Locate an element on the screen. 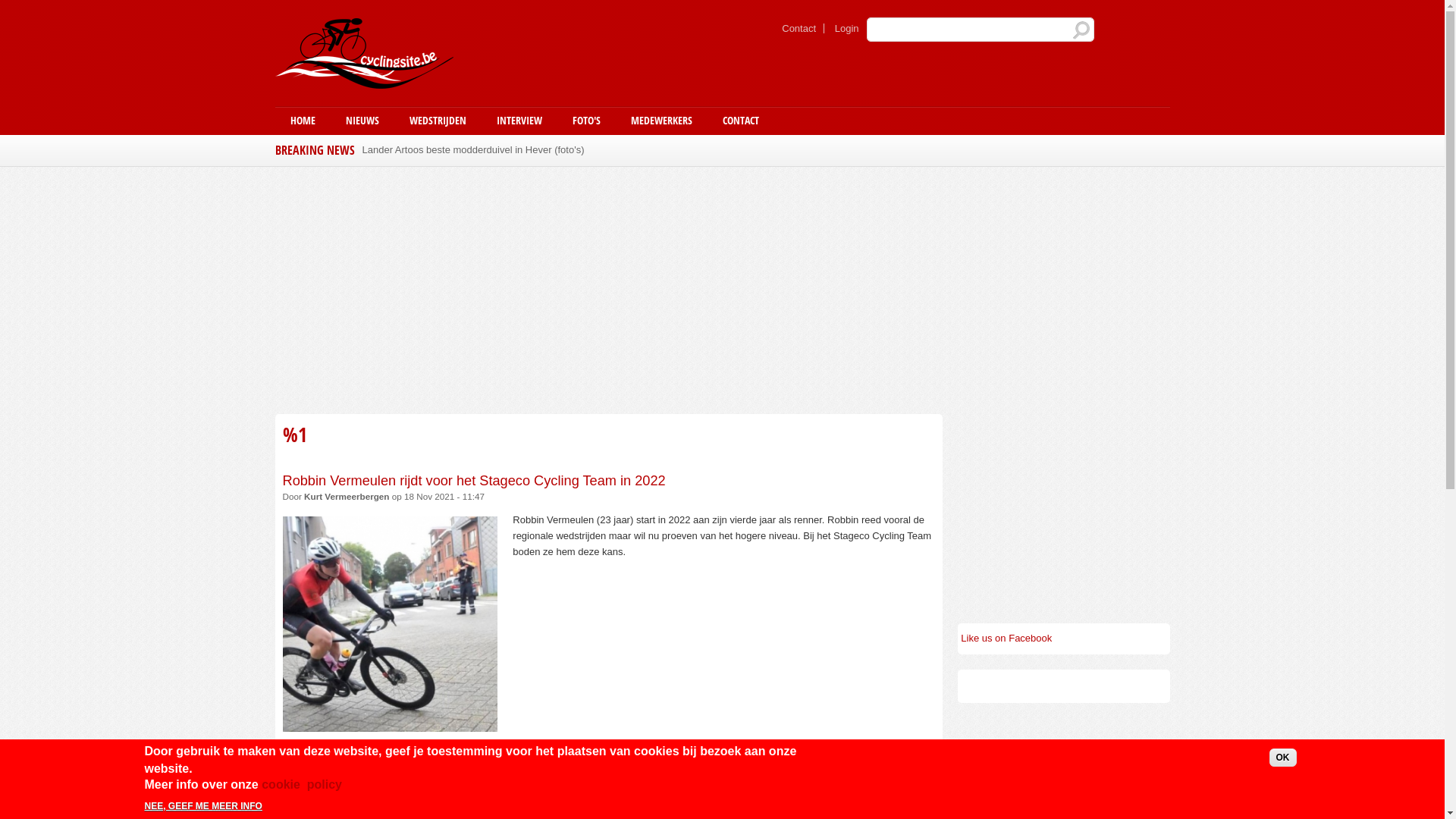  'Robbin Vermeulen rijdt voor het Stageco Cycling Team in 2022' is located at coordinates (472, 480).